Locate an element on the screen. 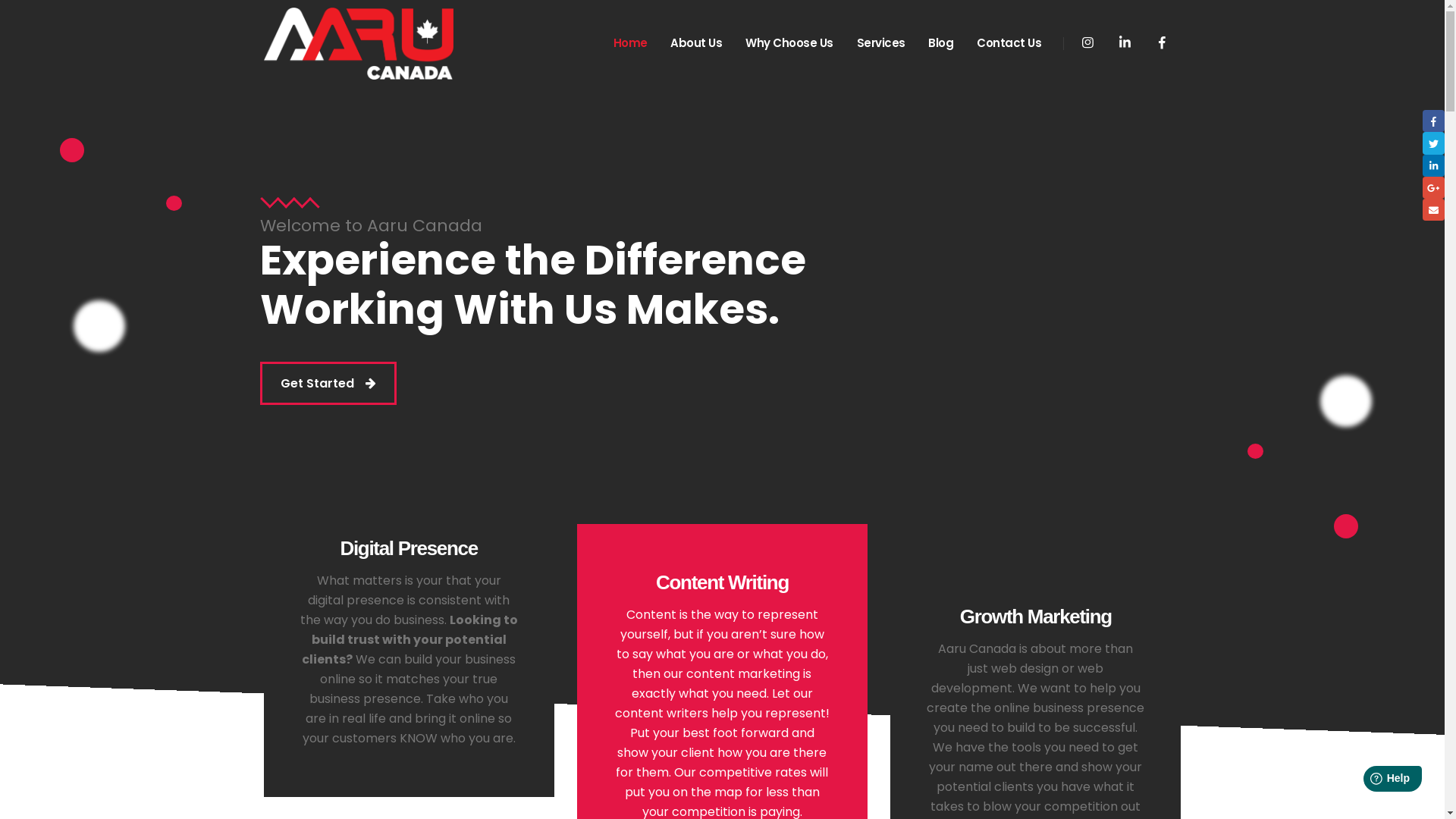 The height and width of the screenshot is (819, 1456). 'LinkedIn' is located at coordinates (1432, 165).